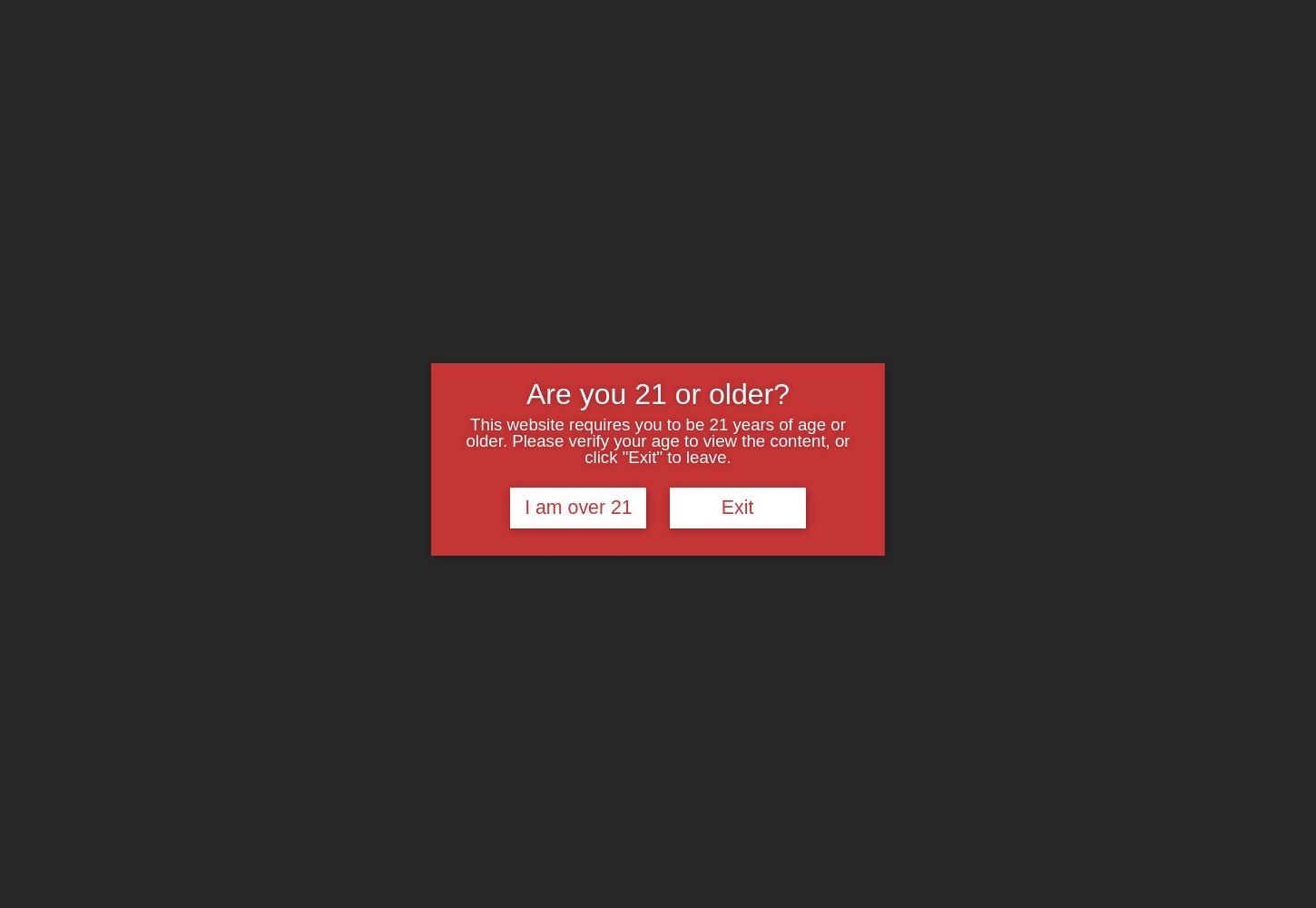  Describe the element at coordinates (656, 854) in the screenshot. I see `'Privacy Policy - Effective Date: January 1, 2020'` at that location.